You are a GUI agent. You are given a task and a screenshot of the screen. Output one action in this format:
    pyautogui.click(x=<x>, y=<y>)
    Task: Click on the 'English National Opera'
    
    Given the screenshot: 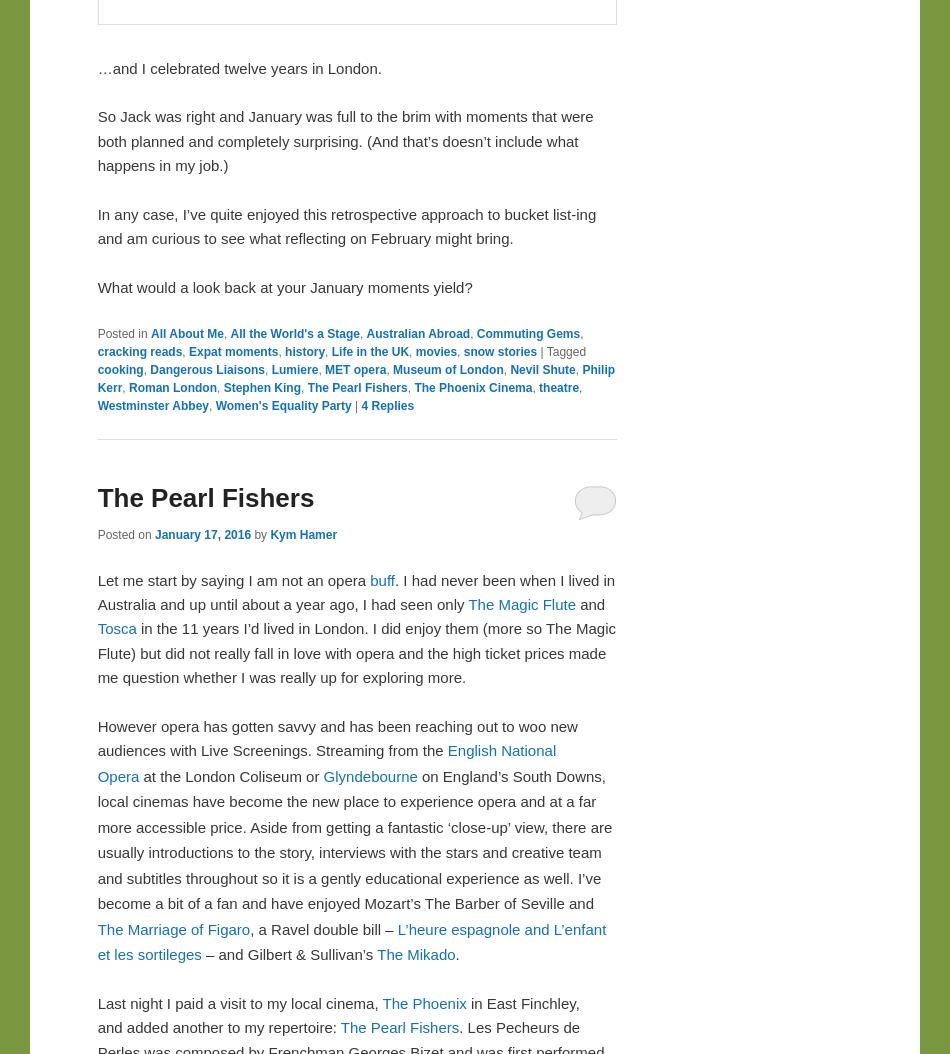 What is the action you would take?
    pyautogui.click(x=325, y=762)
    